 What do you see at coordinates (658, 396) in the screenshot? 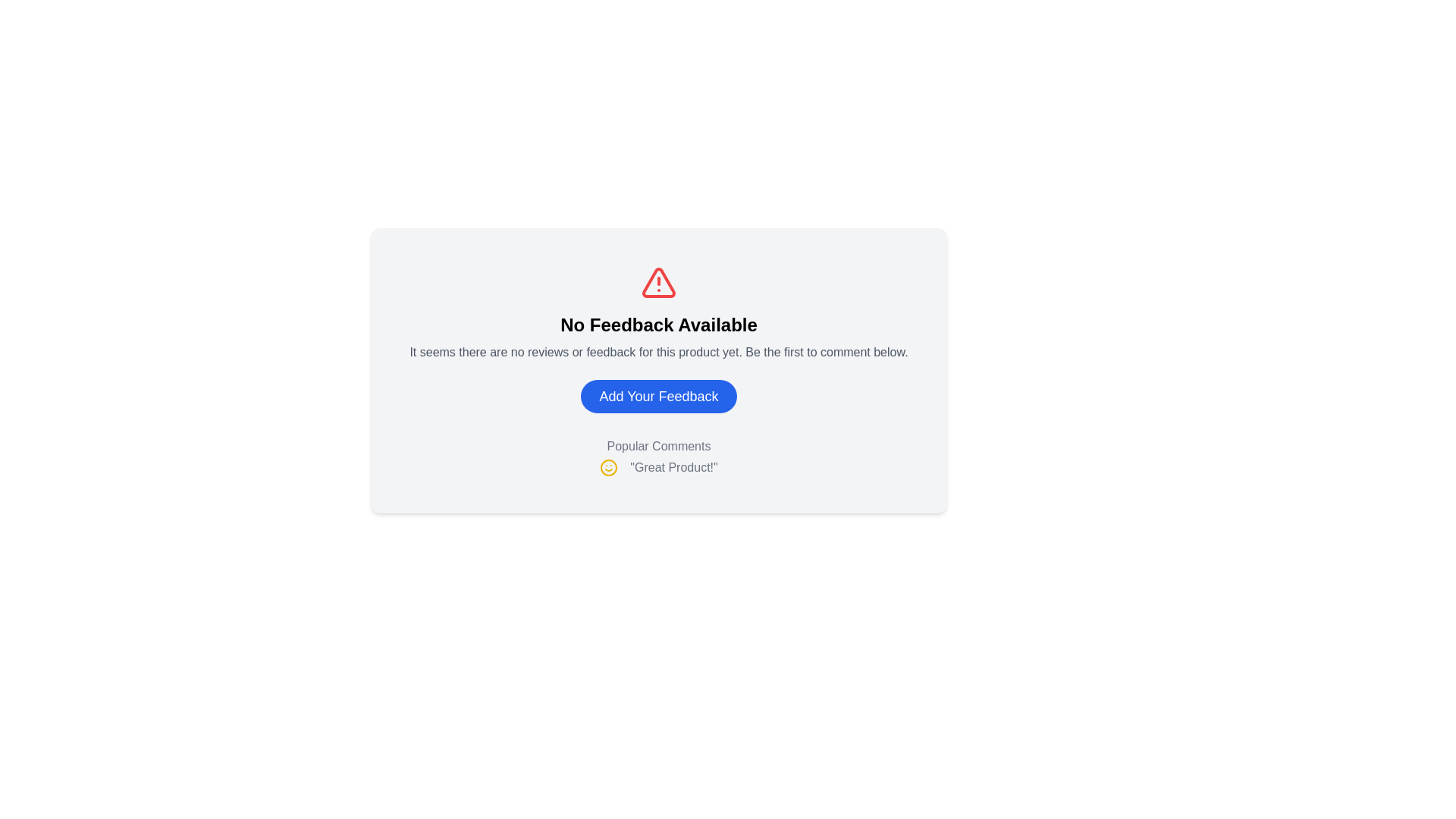
I see `the prominently styled 'Add Your Feedback' button with a blue background and white text to initiate the feedback process` at bounding box center [658, 396].